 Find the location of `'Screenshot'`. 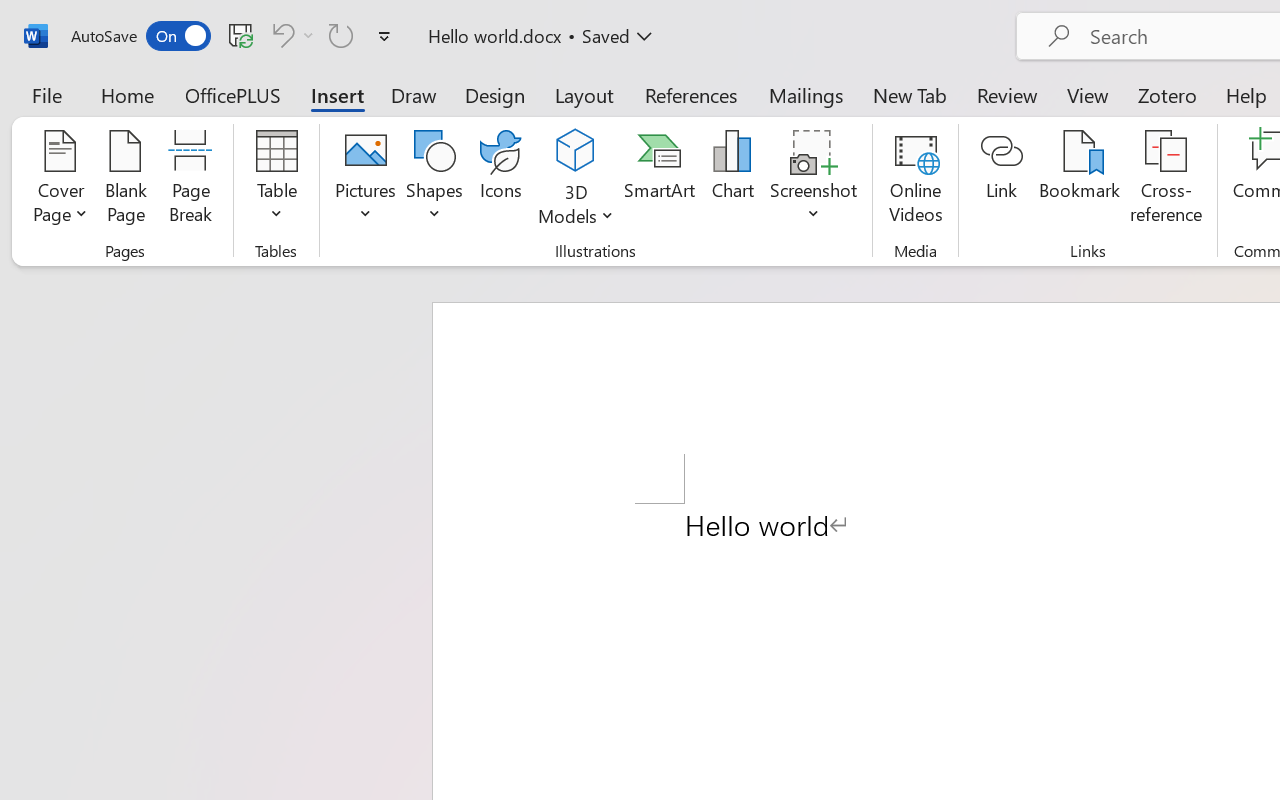

'Screenshot' is located at coordinates (814, 179).